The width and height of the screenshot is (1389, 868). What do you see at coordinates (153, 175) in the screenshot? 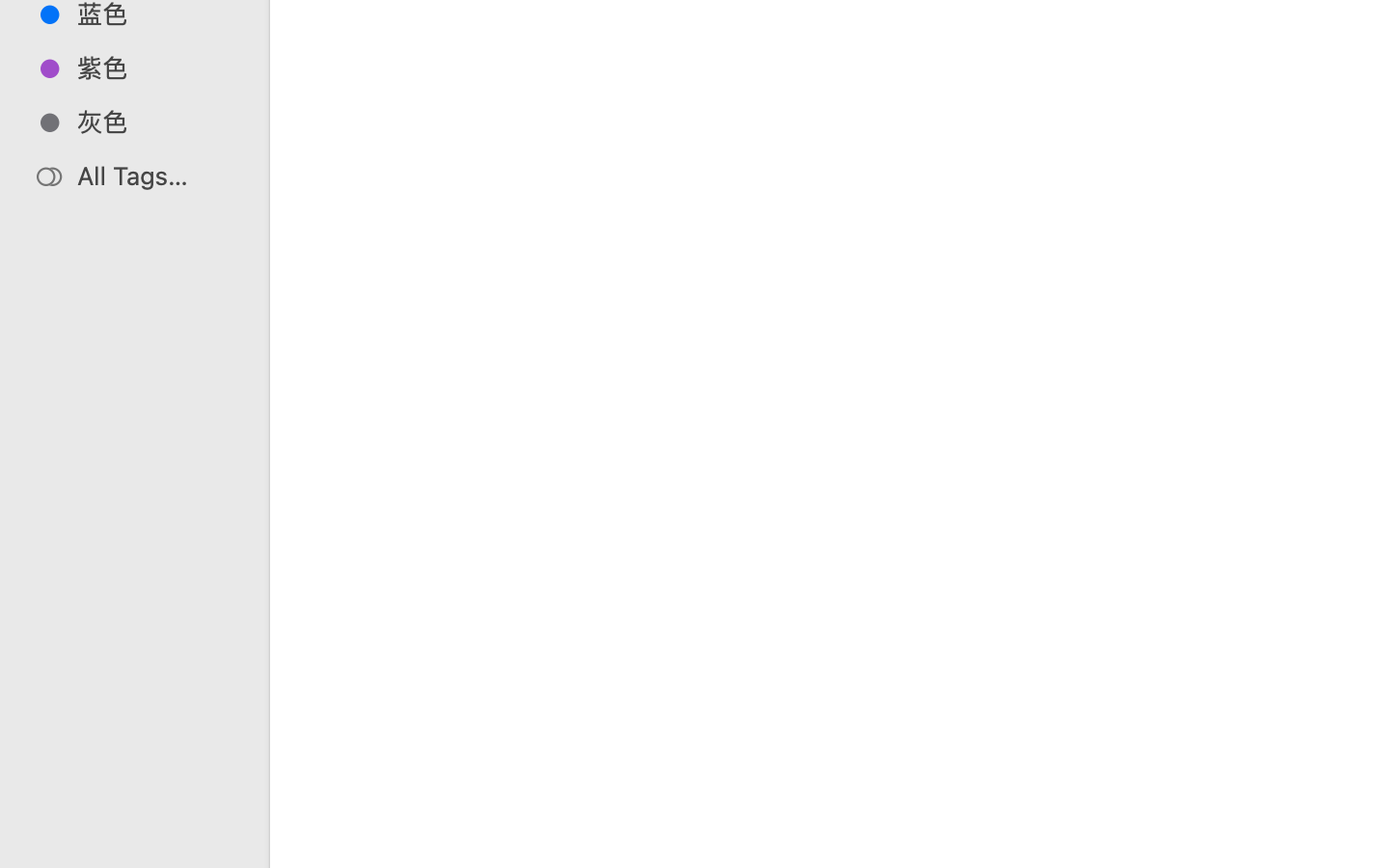
I see `'All Tags…'` at bounding box center [153, 175].